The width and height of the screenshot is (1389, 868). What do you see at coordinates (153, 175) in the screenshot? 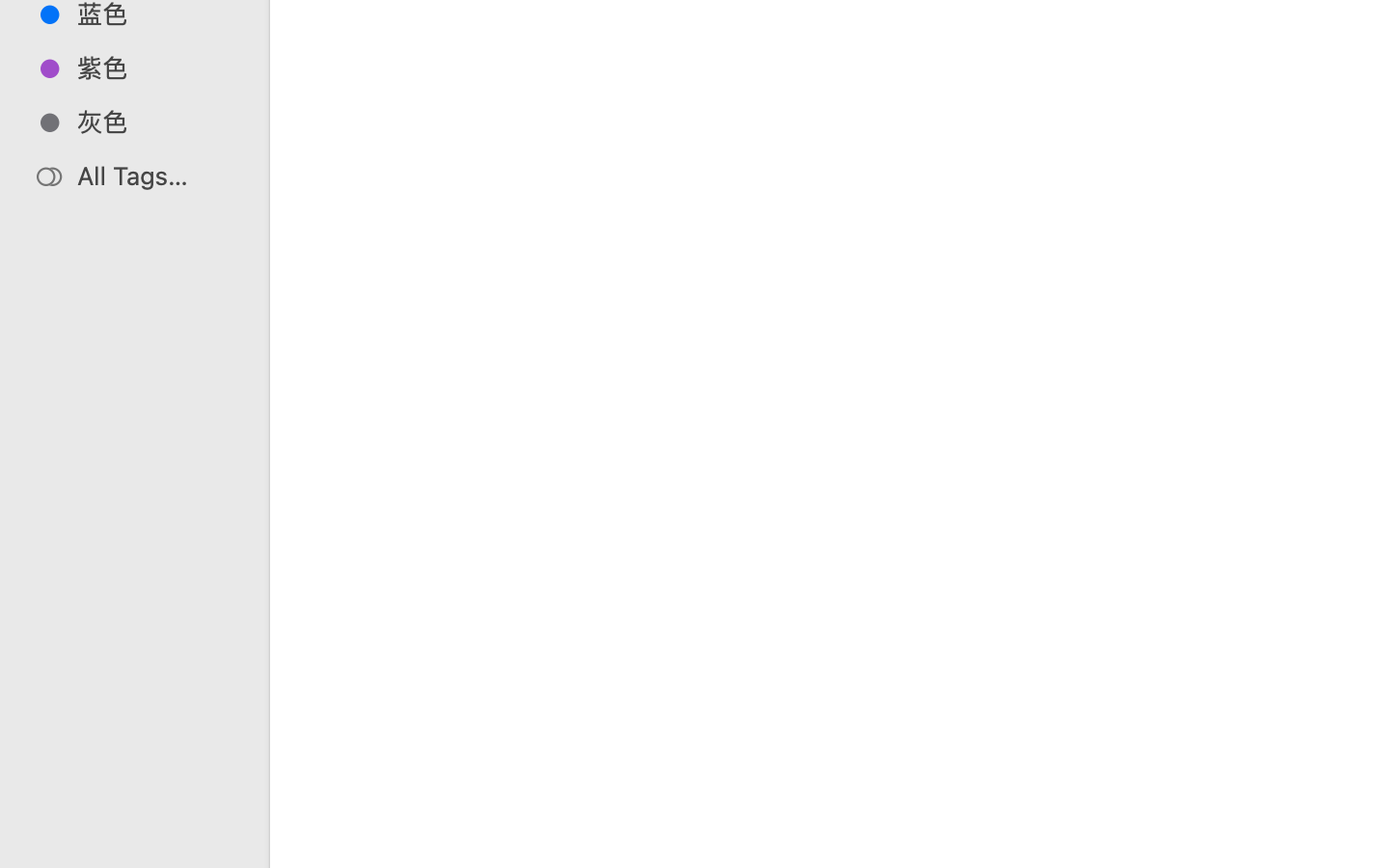
I see `'All Tags…'` at bounding box center [153, 175].